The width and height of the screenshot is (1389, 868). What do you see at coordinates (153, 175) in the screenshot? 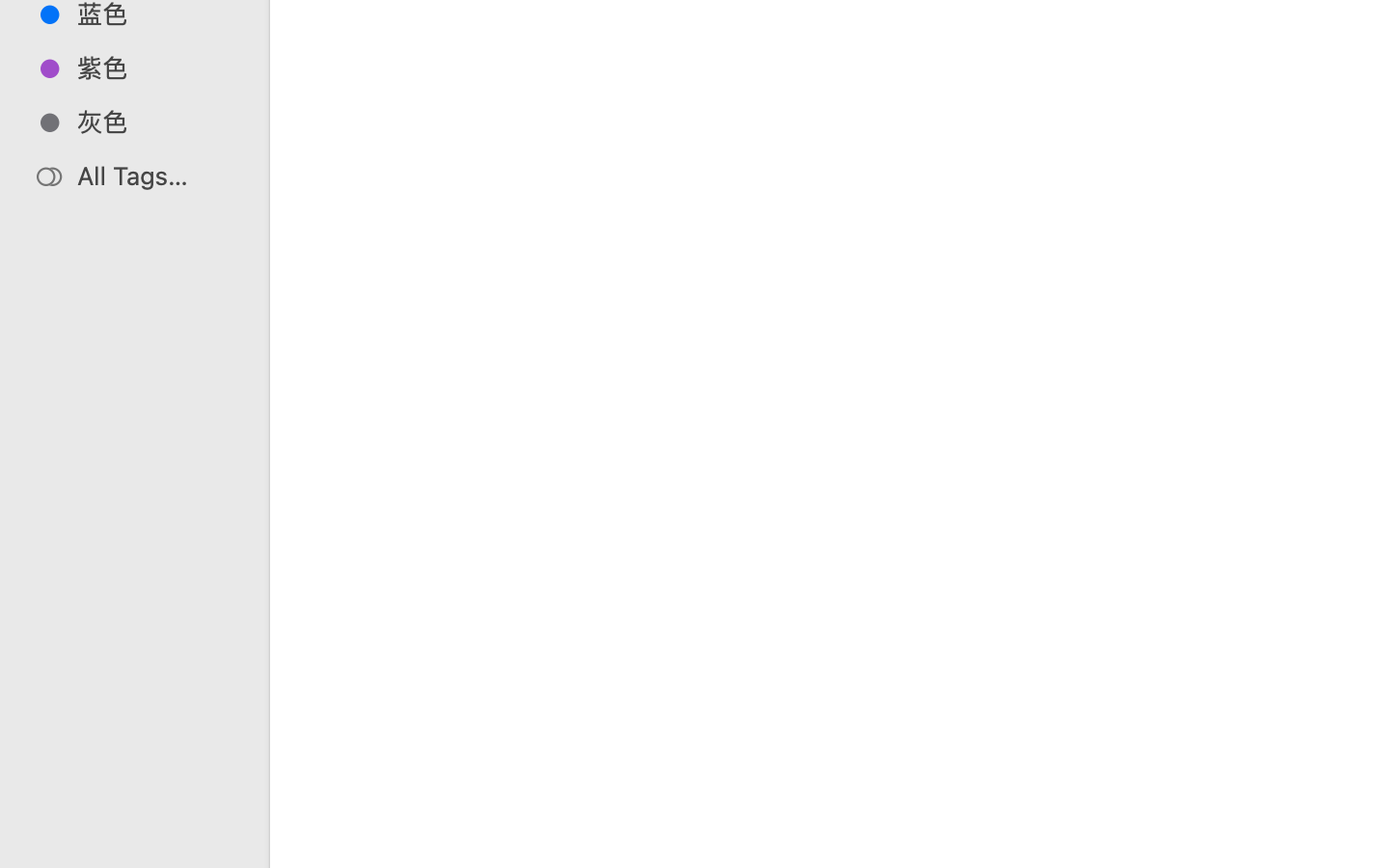
I see `'All Tags…'` at bounding box center [153, 175].